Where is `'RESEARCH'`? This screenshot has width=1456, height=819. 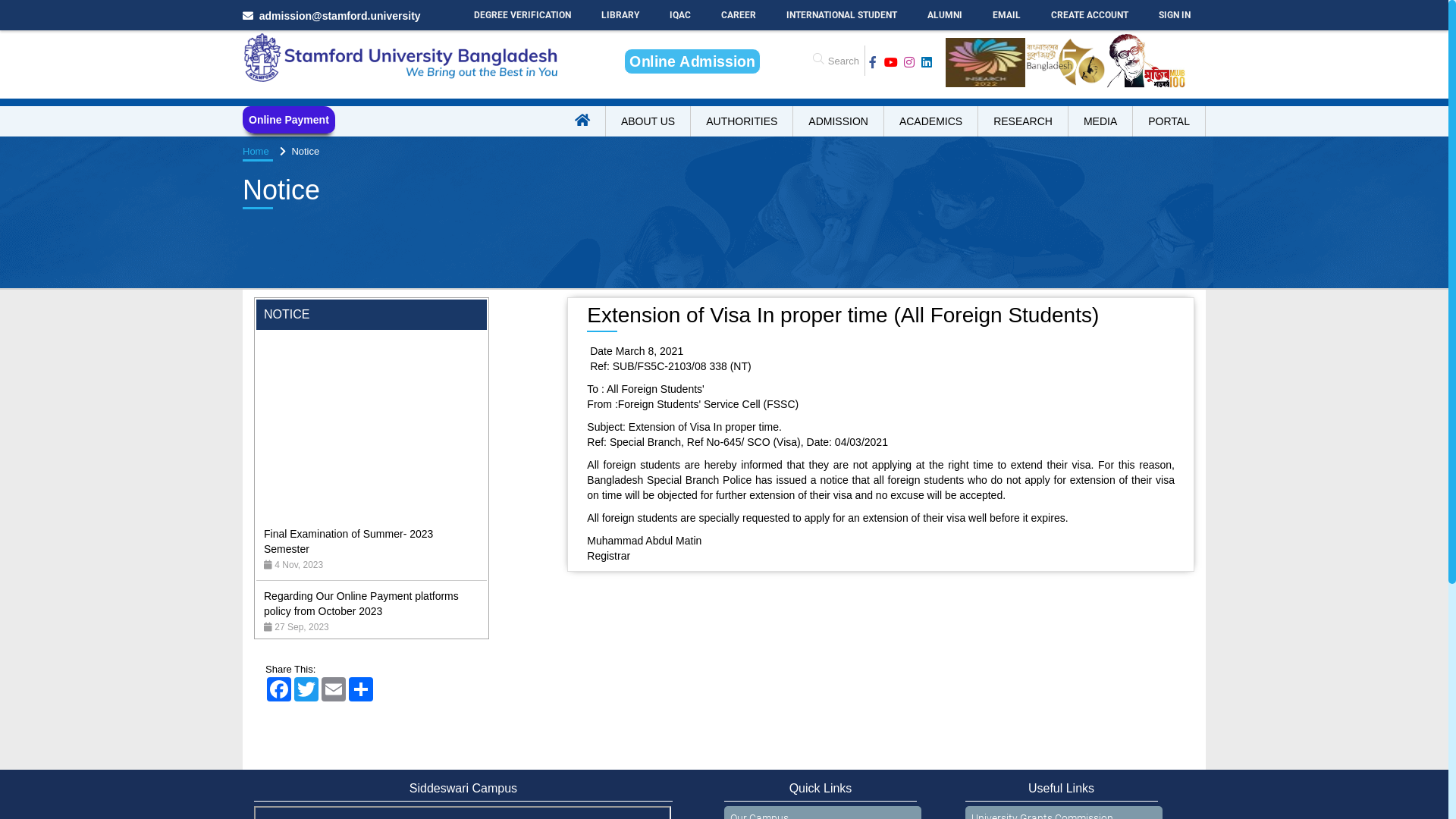 'RESEARCH' is located at coordinates (978, 120).